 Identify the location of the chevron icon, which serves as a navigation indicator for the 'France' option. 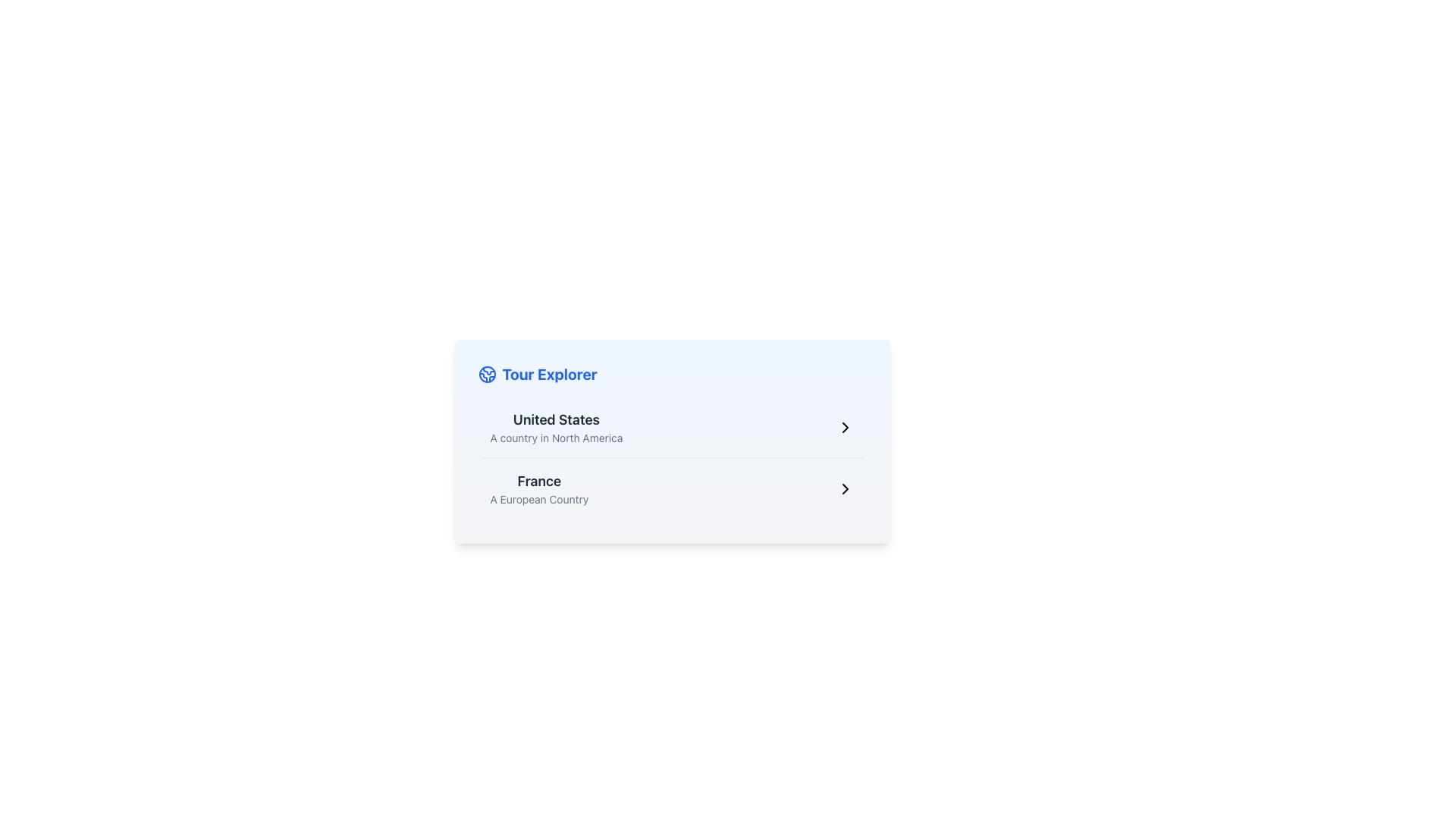
(844, 488).